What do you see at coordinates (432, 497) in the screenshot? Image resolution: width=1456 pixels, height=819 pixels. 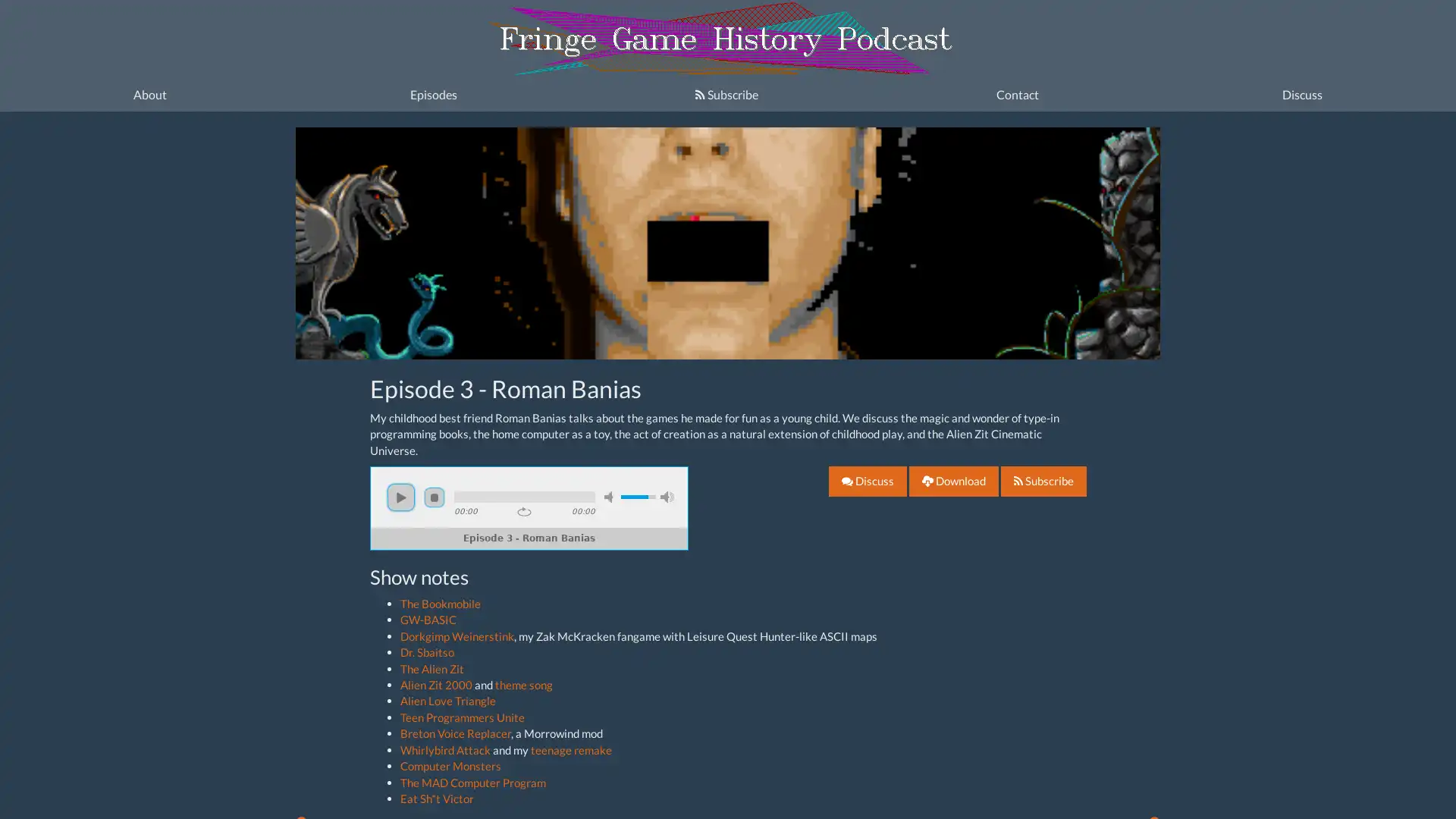 I see `stop` at bounding box center [432, 497].